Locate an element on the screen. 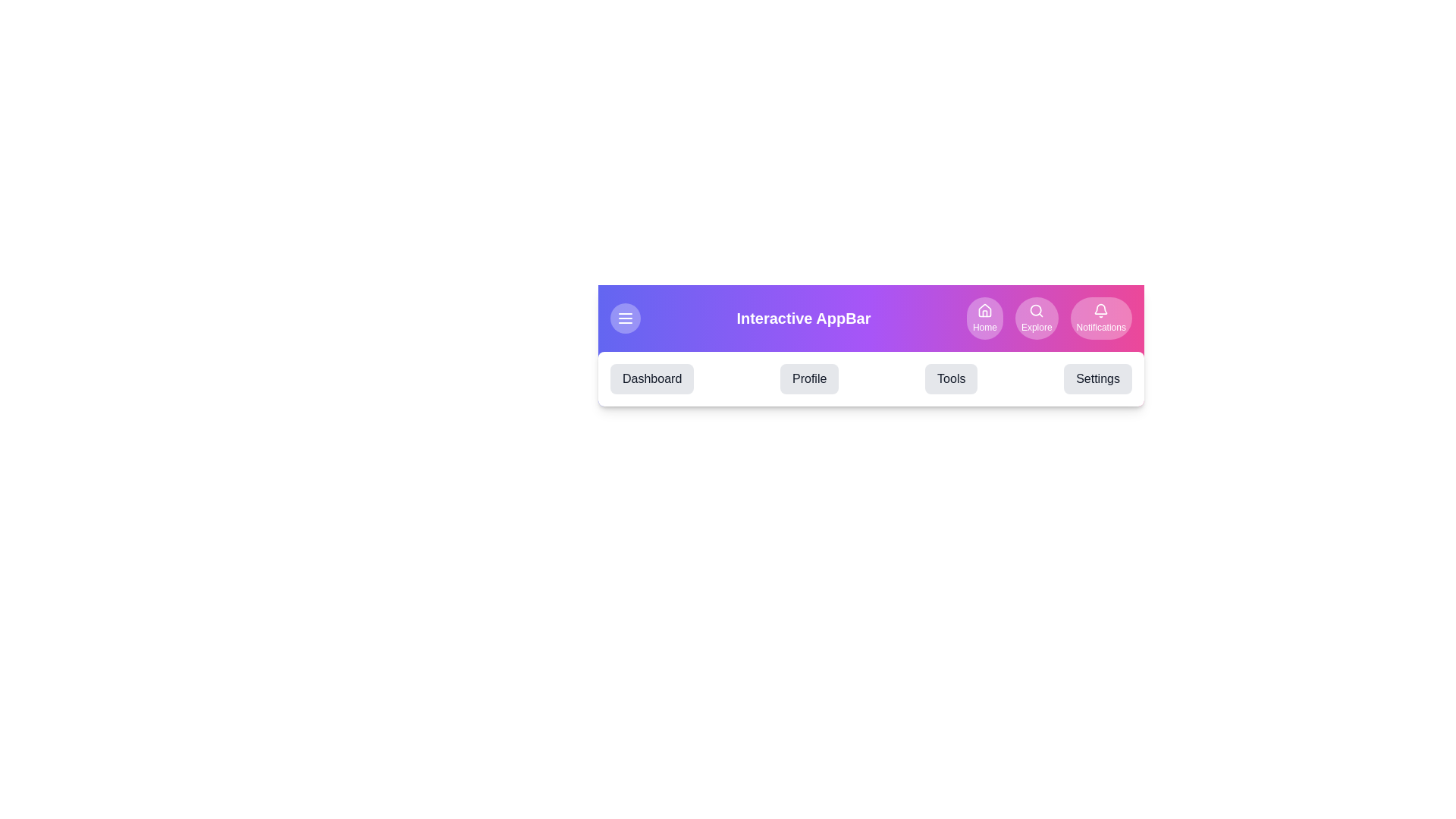 The width and height of the screenshot is (1456, 819). the Tools in the navigation menu is located at coordinates (950, 378).